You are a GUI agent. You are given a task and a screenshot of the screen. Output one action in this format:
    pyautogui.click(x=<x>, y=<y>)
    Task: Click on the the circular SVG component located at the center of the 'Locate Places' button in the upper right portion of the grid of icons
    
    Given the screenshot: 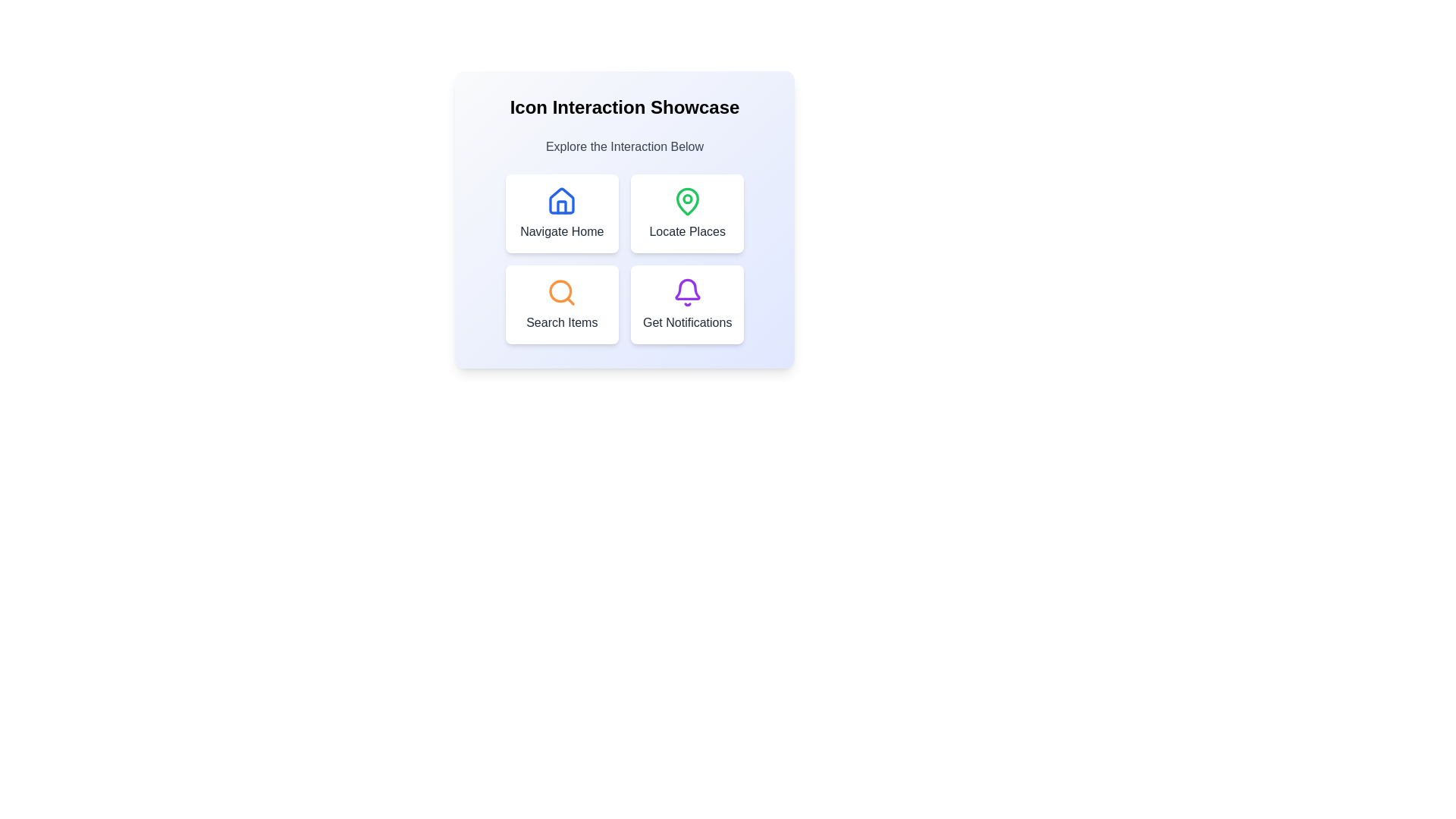 What is the action you would take?
    pyautogui.click(x=686, y=198)
    